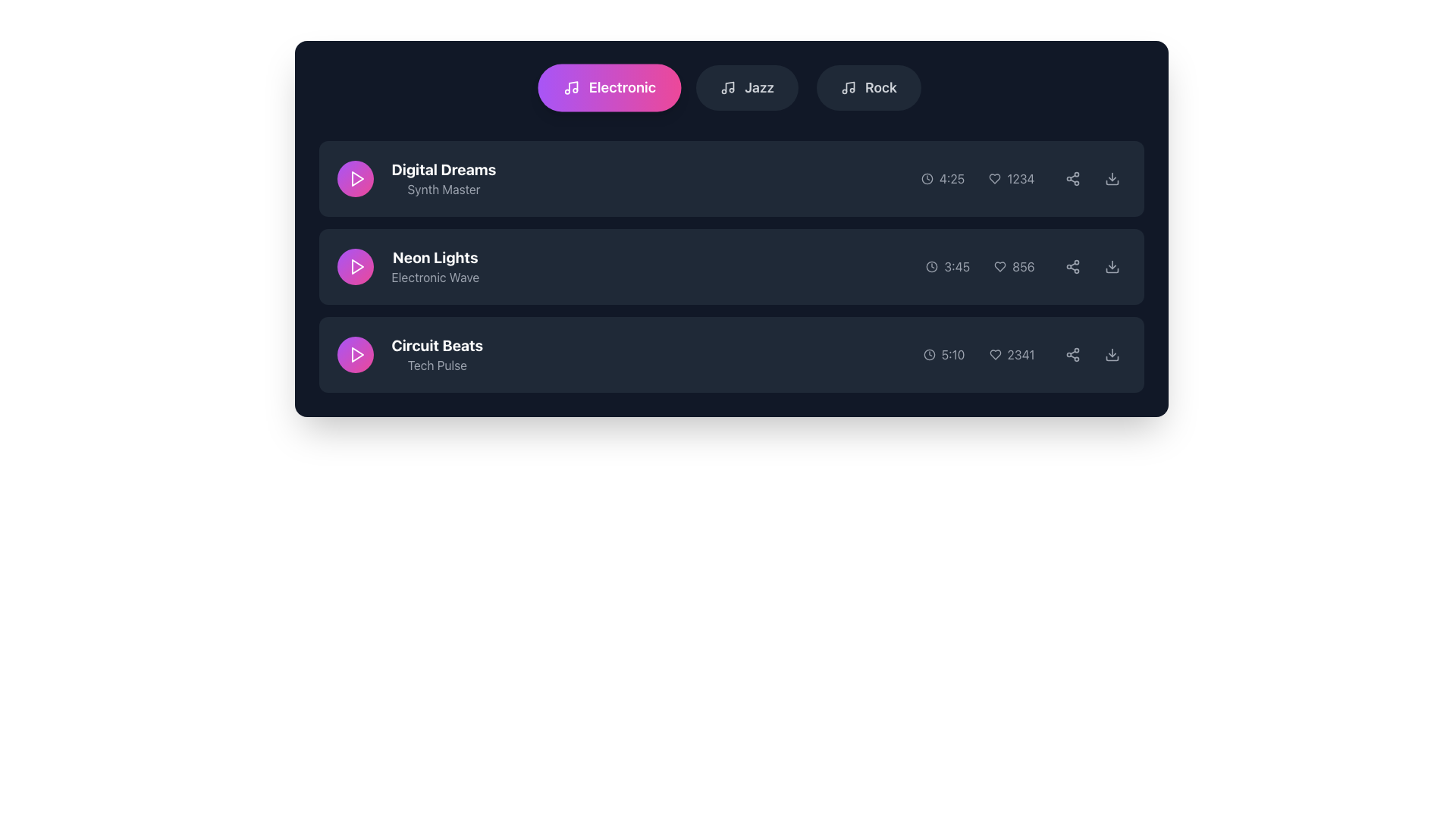 The width and height of the screenshot is (1456, 819). I want to click on the music icon located to the left of the 'Rock' text label in the top section of the interface, so click(847, 87).